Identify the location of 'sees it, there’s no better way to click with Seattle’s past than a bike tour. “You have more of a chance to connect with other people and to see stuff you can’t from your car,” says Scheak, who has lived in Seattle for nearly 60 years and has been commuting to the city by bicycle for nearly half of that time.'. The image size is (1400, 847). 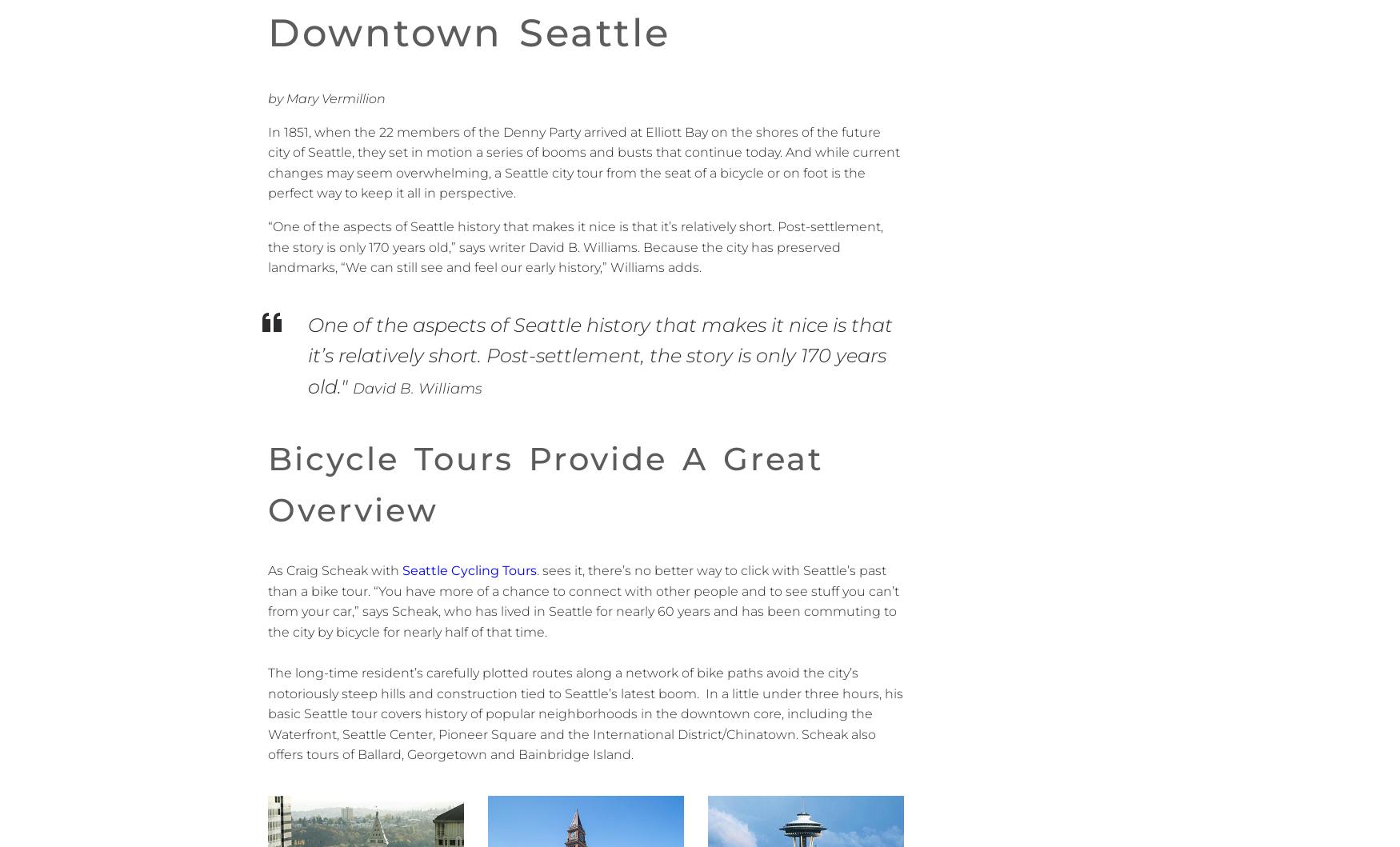
(583, 600).